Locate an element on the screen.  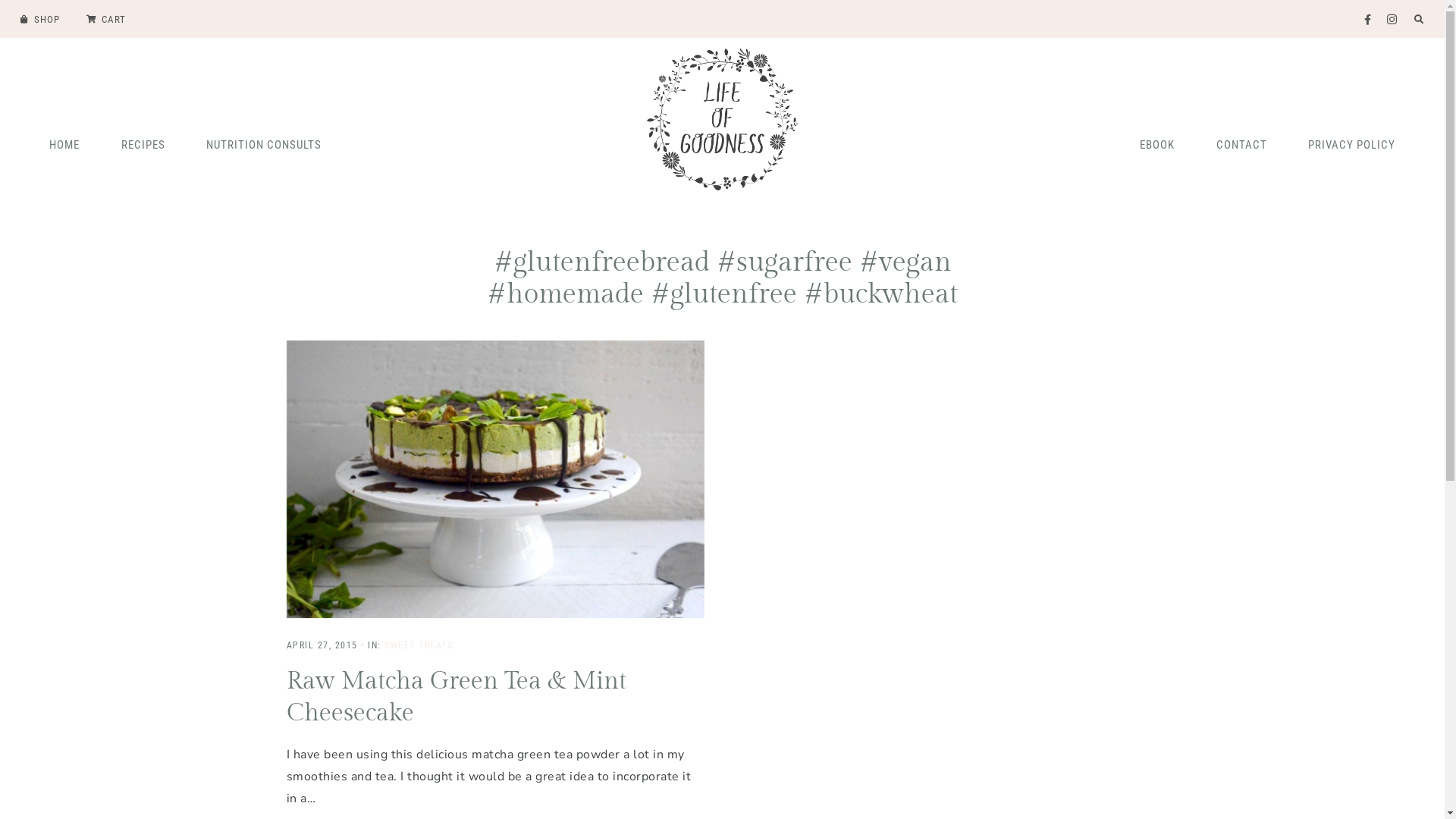
'EBOOK' is located at coordinates (1121, 143).